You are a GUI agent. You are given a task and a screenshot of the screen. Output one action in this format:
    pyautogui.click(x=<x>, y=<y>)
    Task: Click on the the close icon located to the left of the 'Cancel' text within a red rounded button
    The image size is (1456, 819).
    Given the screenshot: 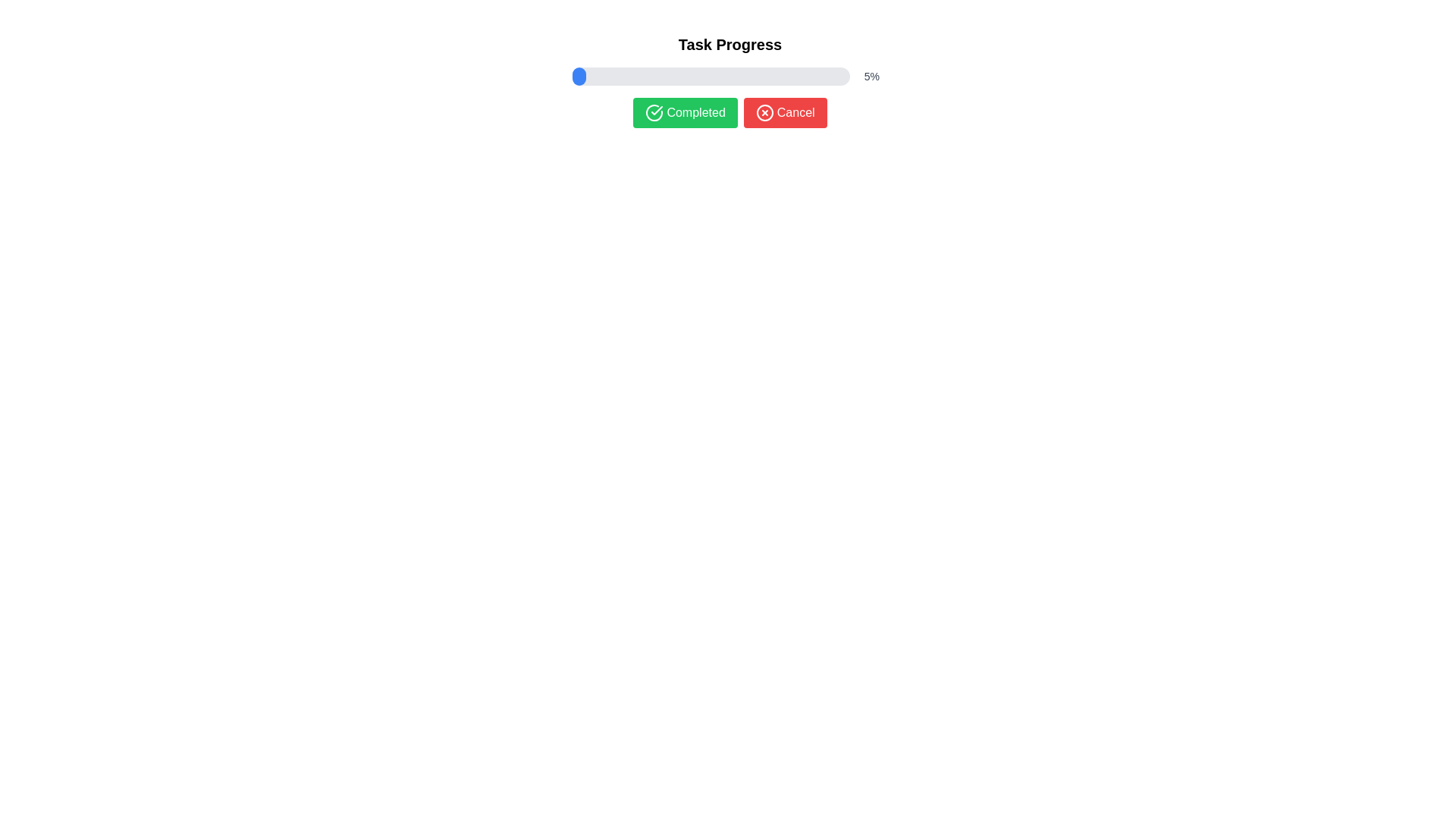 What is the action you would take?
    pyautogui.click(x=764, y=112)
    